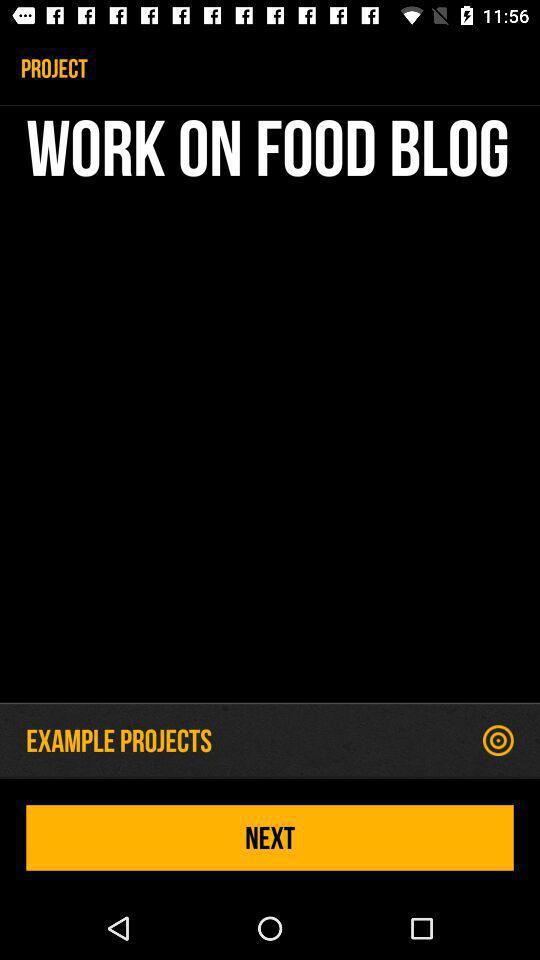  I want to click on next icon, so click(270, 837).